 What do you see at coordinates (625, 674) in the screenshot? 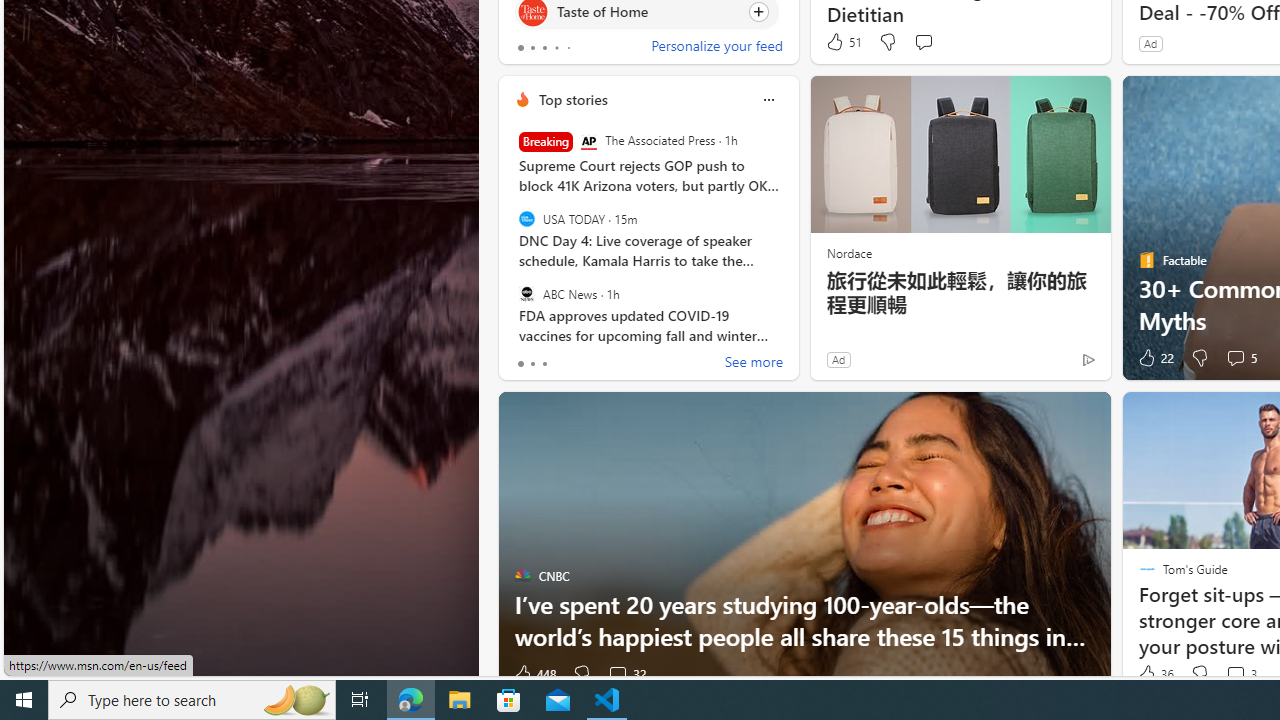
I see `'View comments 32 Comment'` at bounding box center [625, 674].